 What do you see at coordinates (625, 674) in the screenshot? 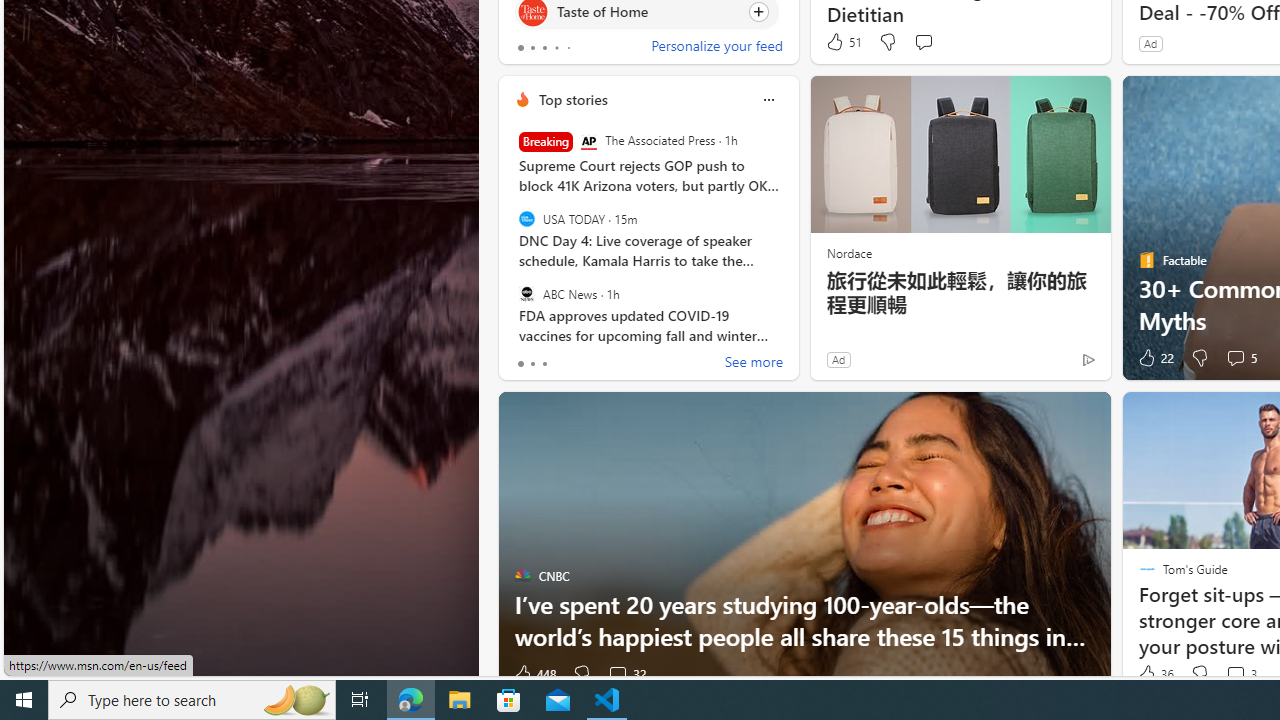
I see `'View comments 32 Comment'` at bounding box center [625, 674].